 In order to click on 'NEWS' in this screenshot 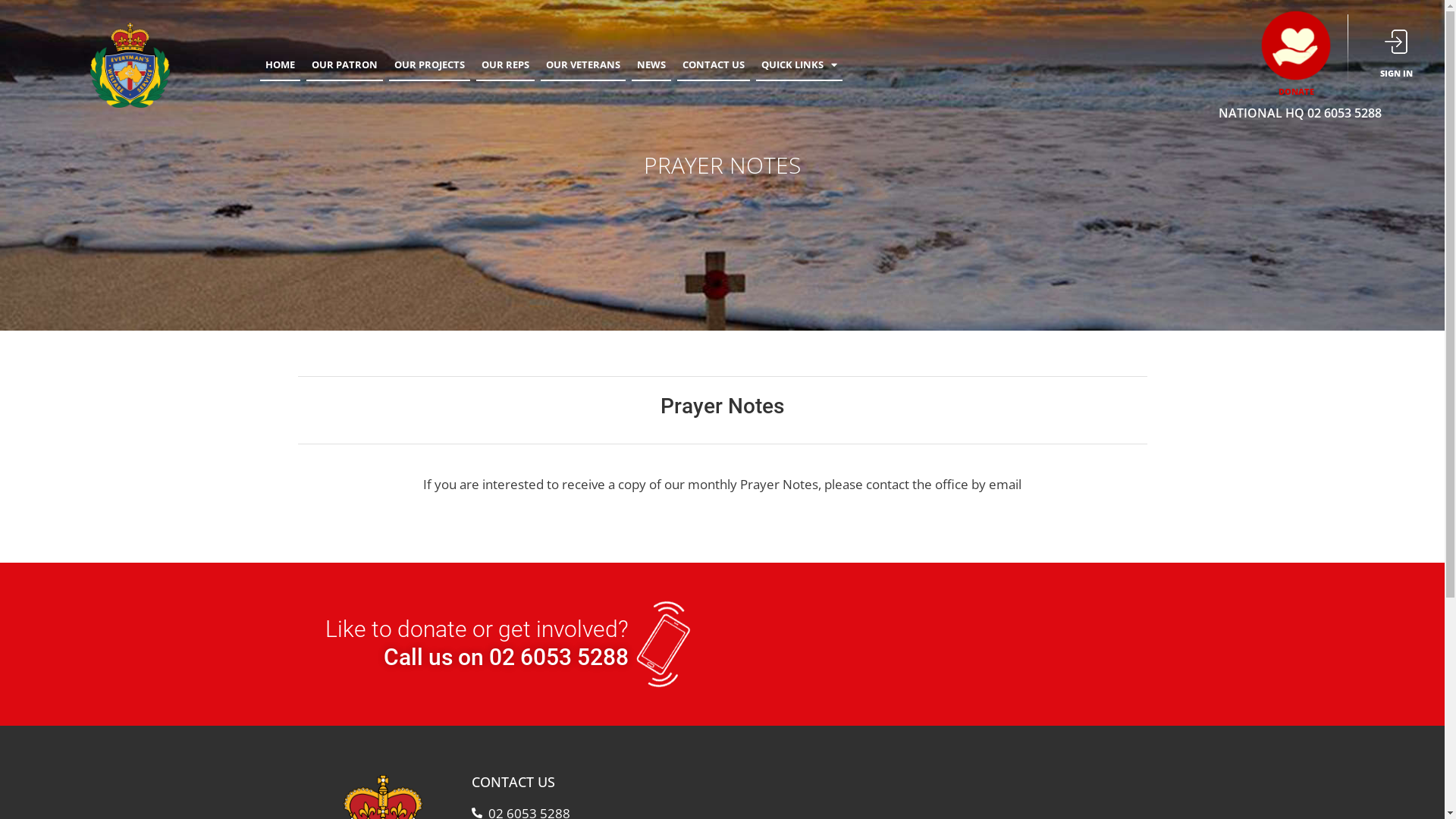, I will do `click(651, 64)`.